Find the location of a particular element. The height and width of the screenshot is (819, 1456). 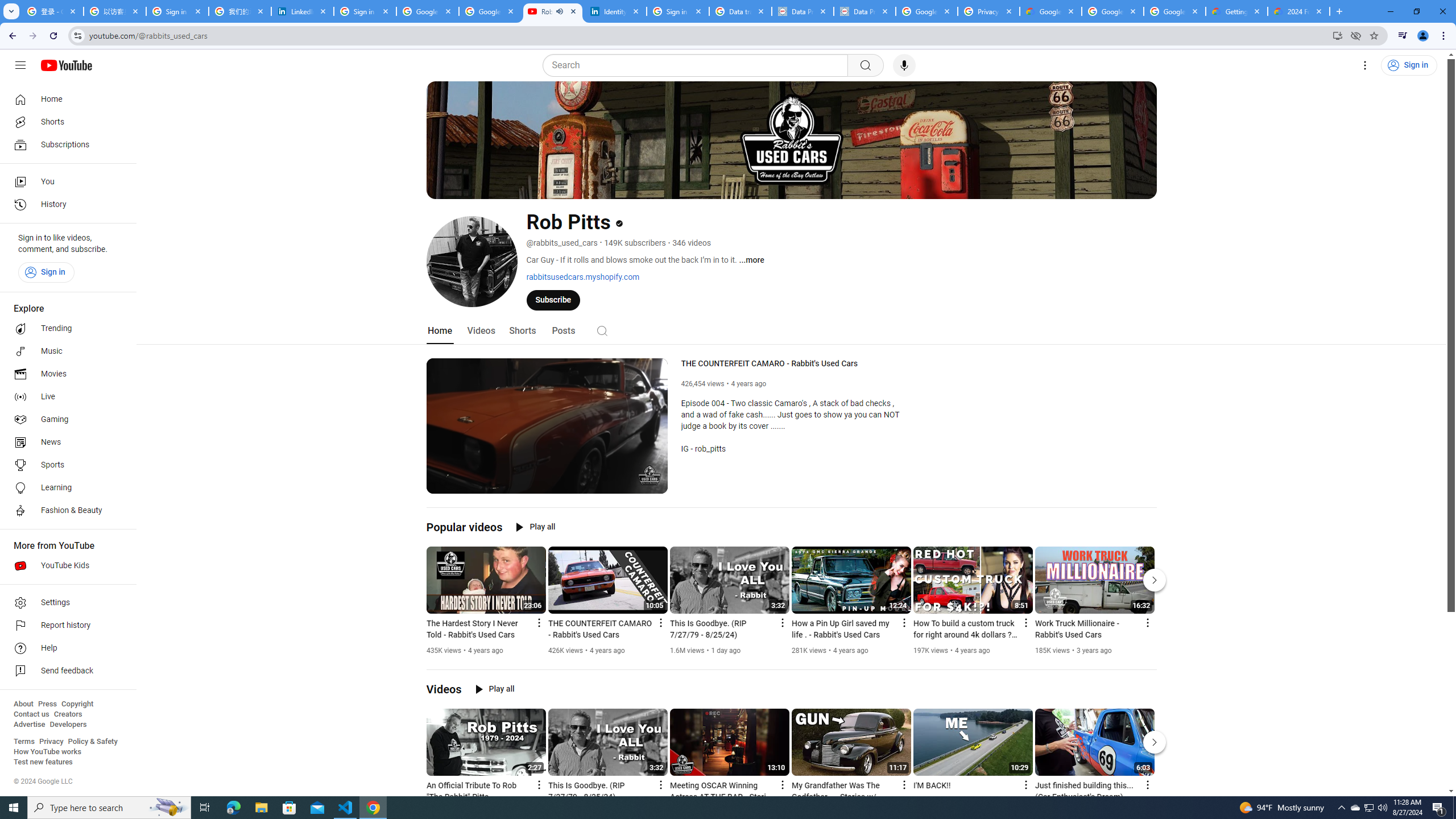

'Settings' is located at coordinates (64, 602).